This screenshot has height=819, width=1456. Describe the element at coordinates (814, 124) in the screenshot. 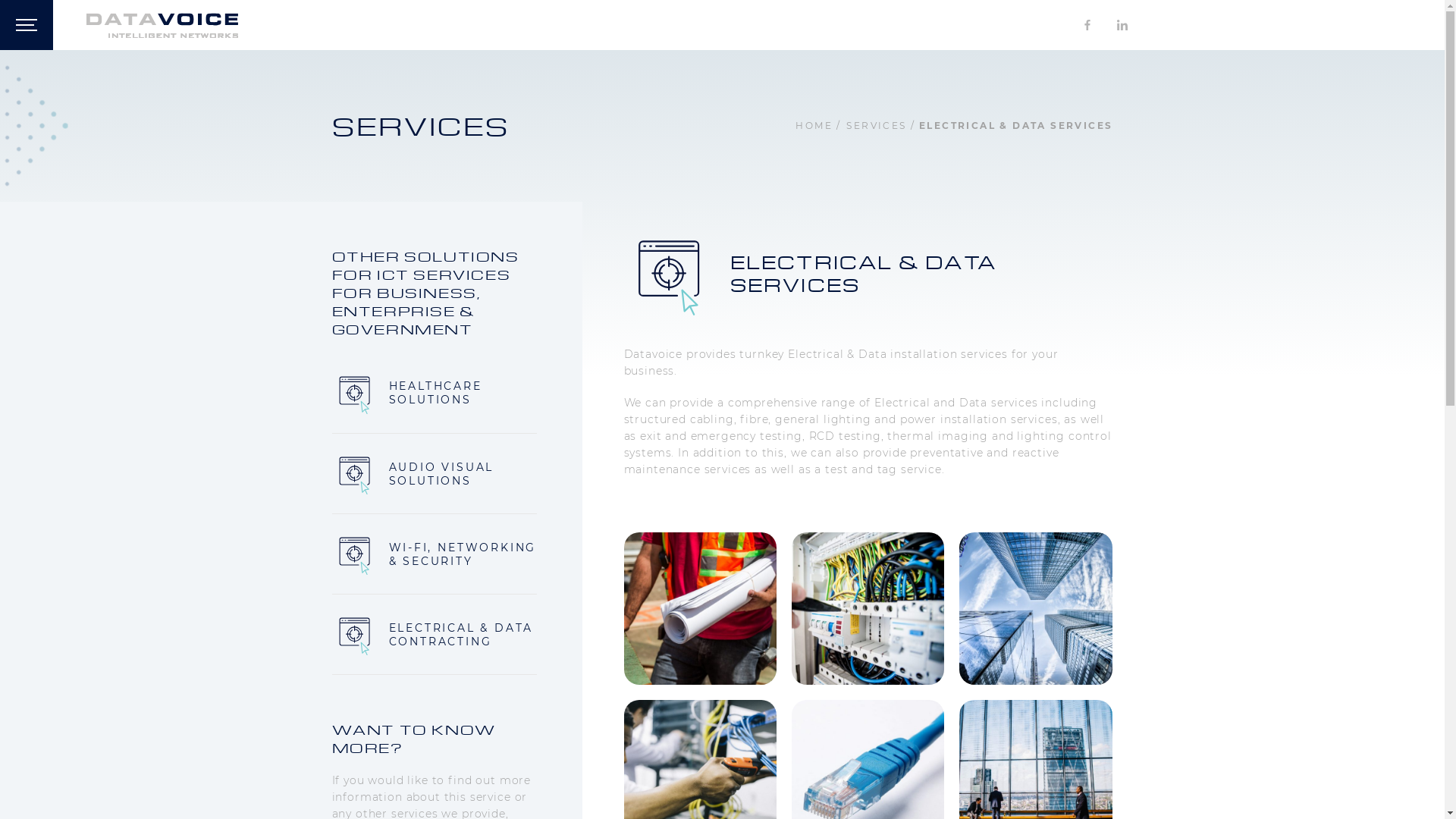

I see `'HOME'` at that location.